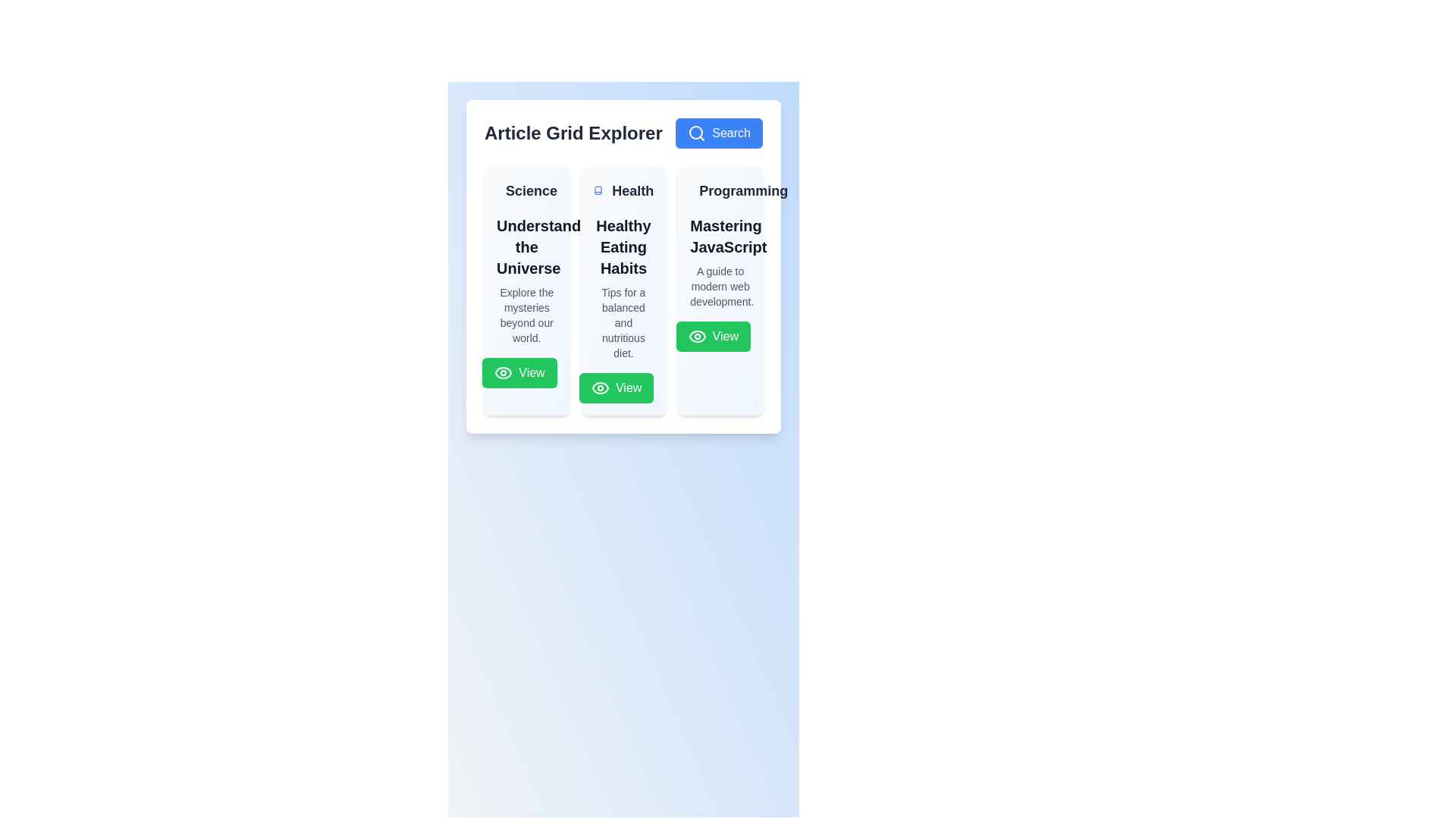 The width and height of the screenshot is (1456, 819). Describe the element at coordinates (623, 388) in the screenshot. I see `the green 'View' button with an eye icon located at the bottom-right corner of the 'Healthy Eating Habits' card` at that location.